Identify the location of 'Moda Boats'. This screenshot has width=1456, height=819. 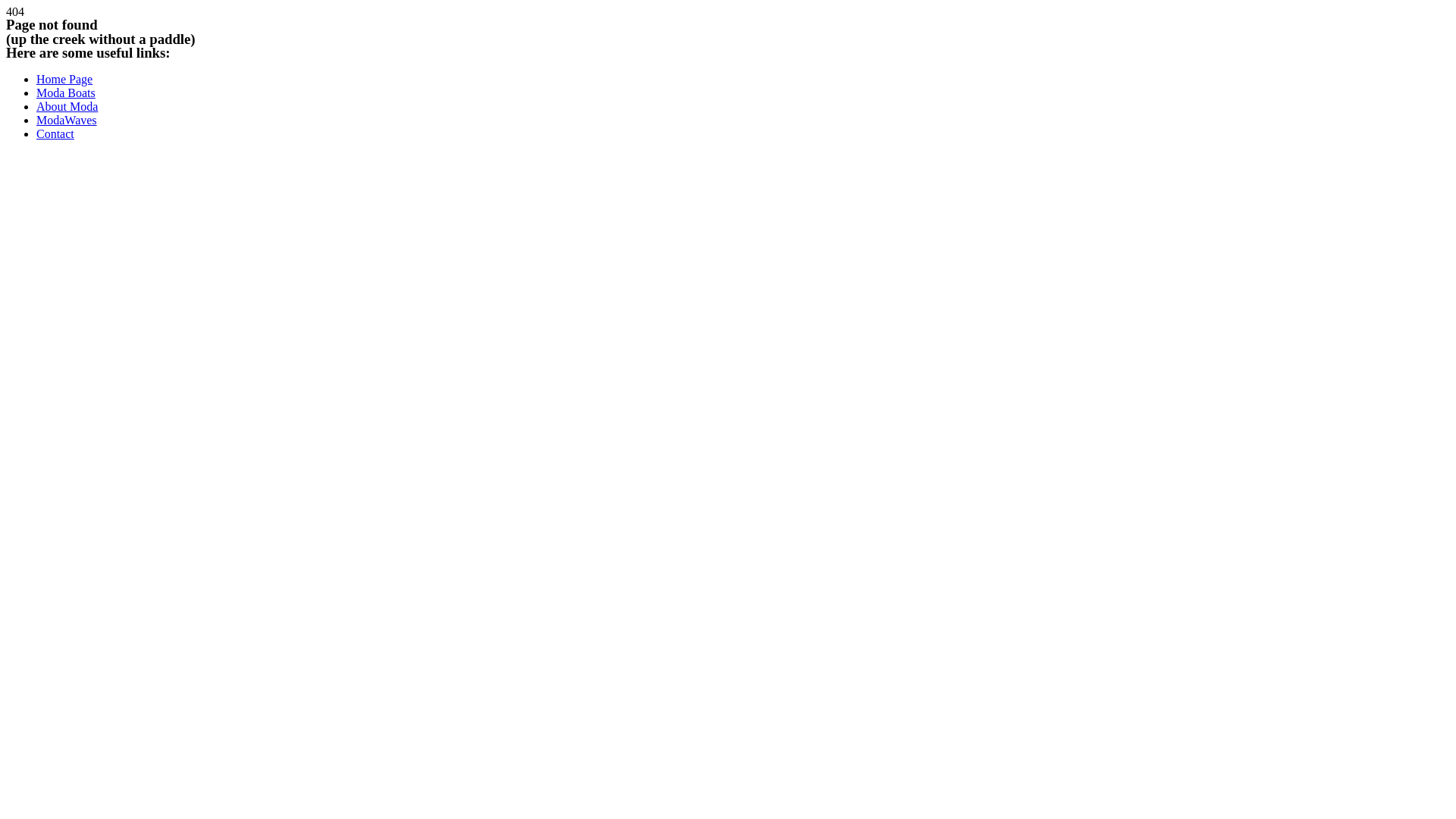
(64, 93).